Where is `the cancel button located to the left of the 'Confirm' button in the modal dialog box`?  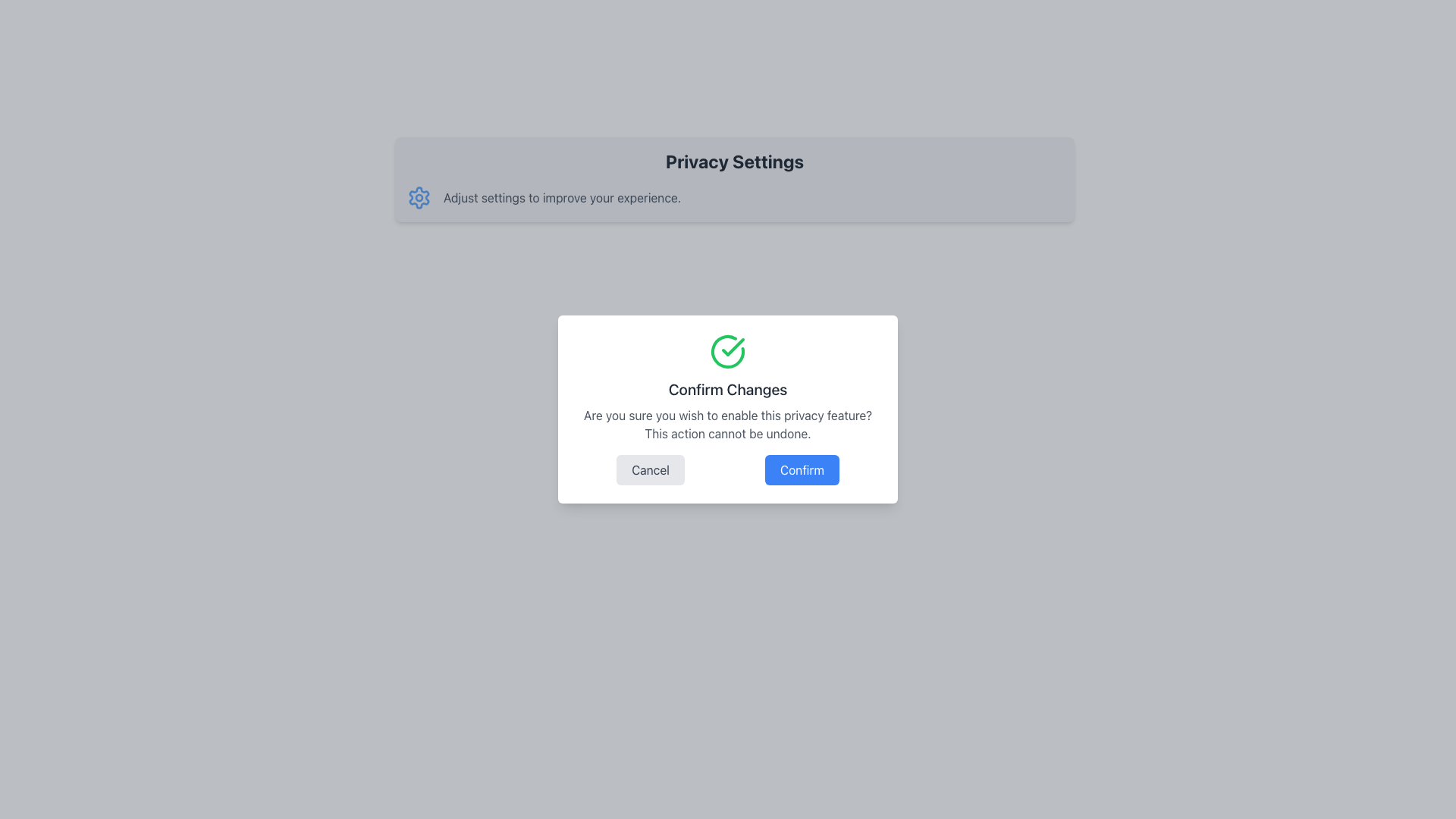 the cancel button located to the left of the 'Confirm' button in the modal dialog box is located at coordinates (651, 469).